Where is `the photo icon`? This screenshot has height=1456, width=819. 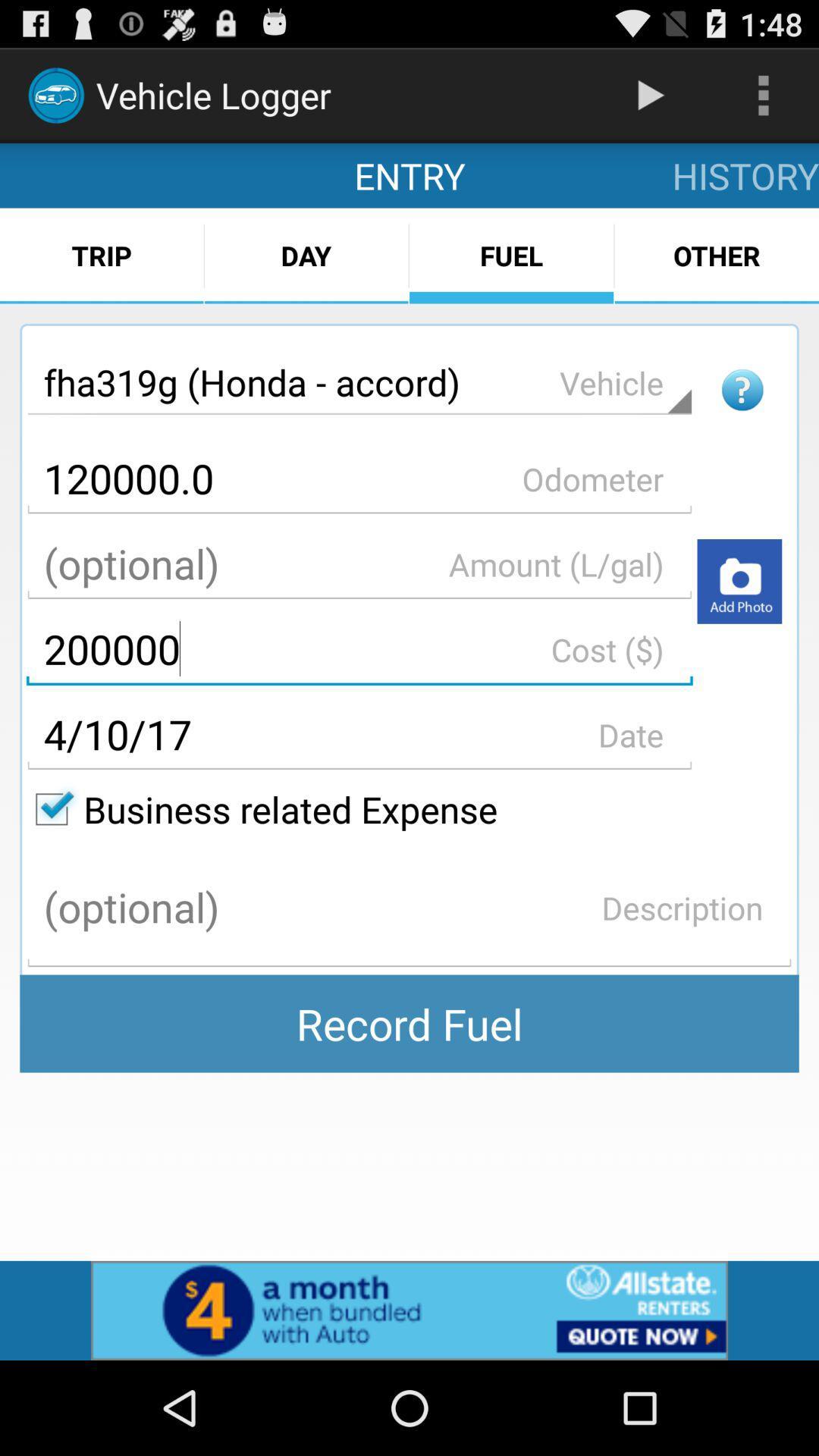
the photo icon is located at coordinates (739, 622).